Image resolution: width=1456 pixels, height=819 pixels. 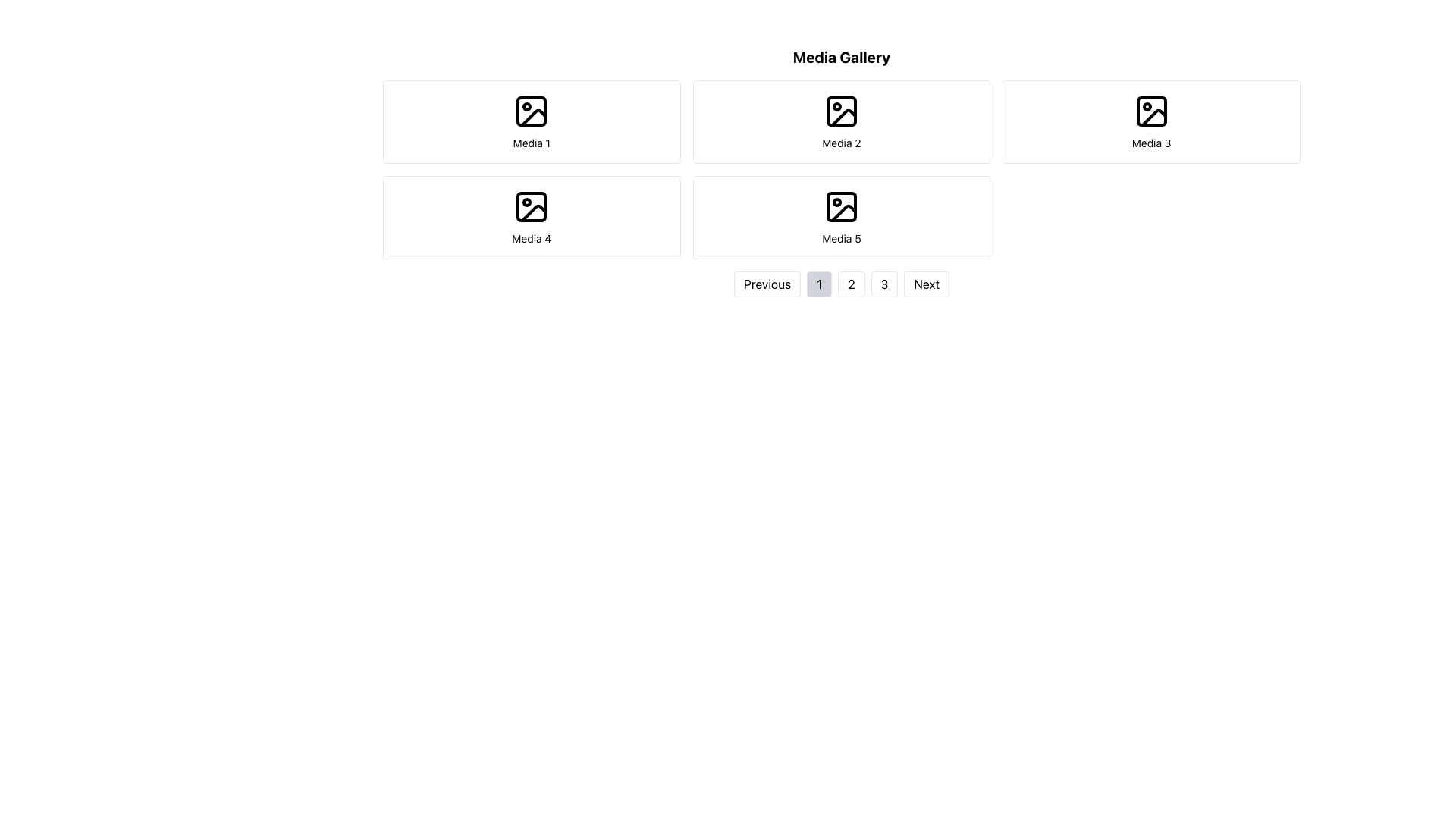 I want to click on the background layer rectangle of the 'Media 2' section in the gallery interface, which is part of an icon resembling a stylized image frame, so click(x=840, y=110).